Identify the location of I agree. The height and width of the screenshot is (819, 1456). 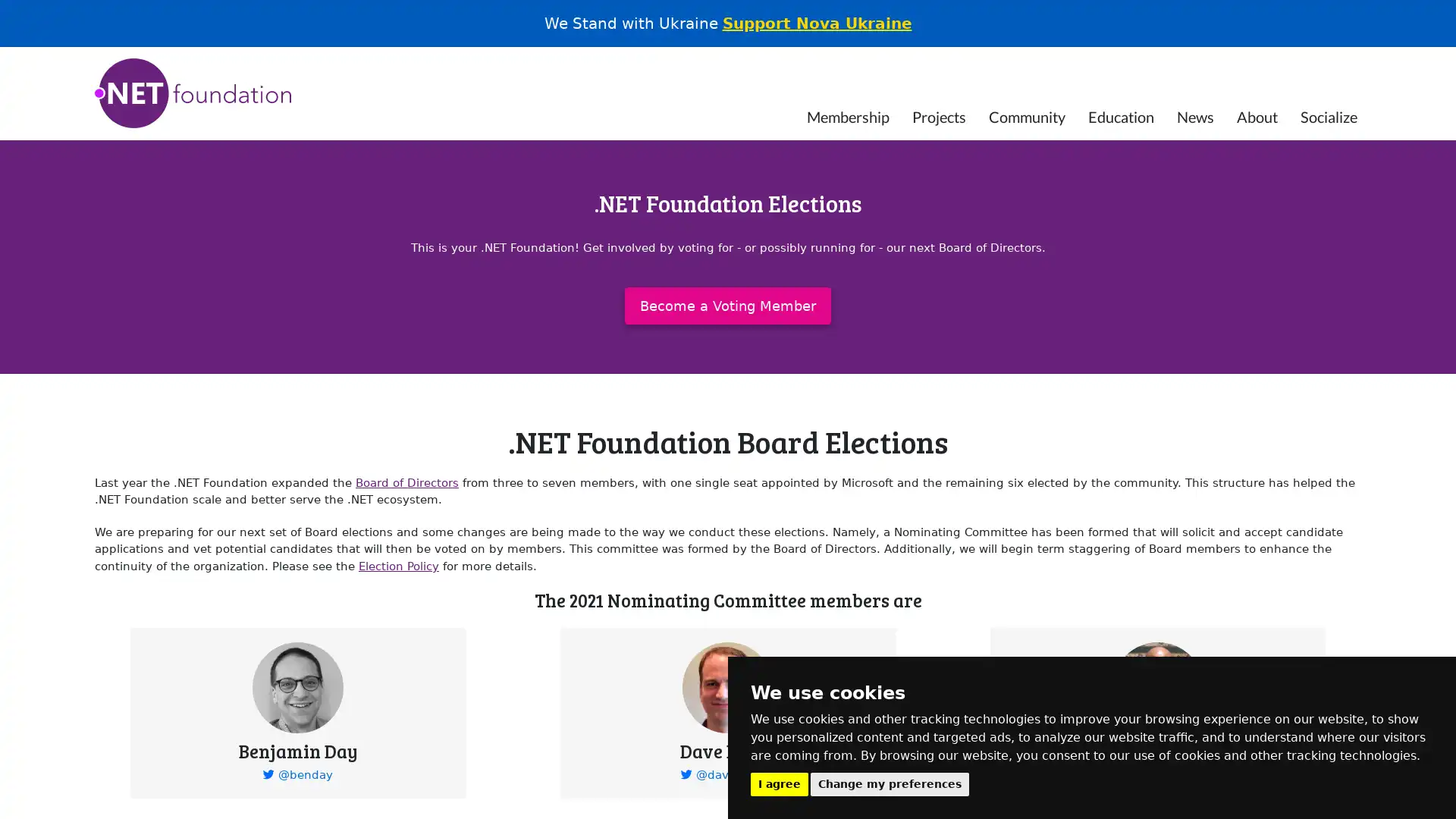
(779, 784).